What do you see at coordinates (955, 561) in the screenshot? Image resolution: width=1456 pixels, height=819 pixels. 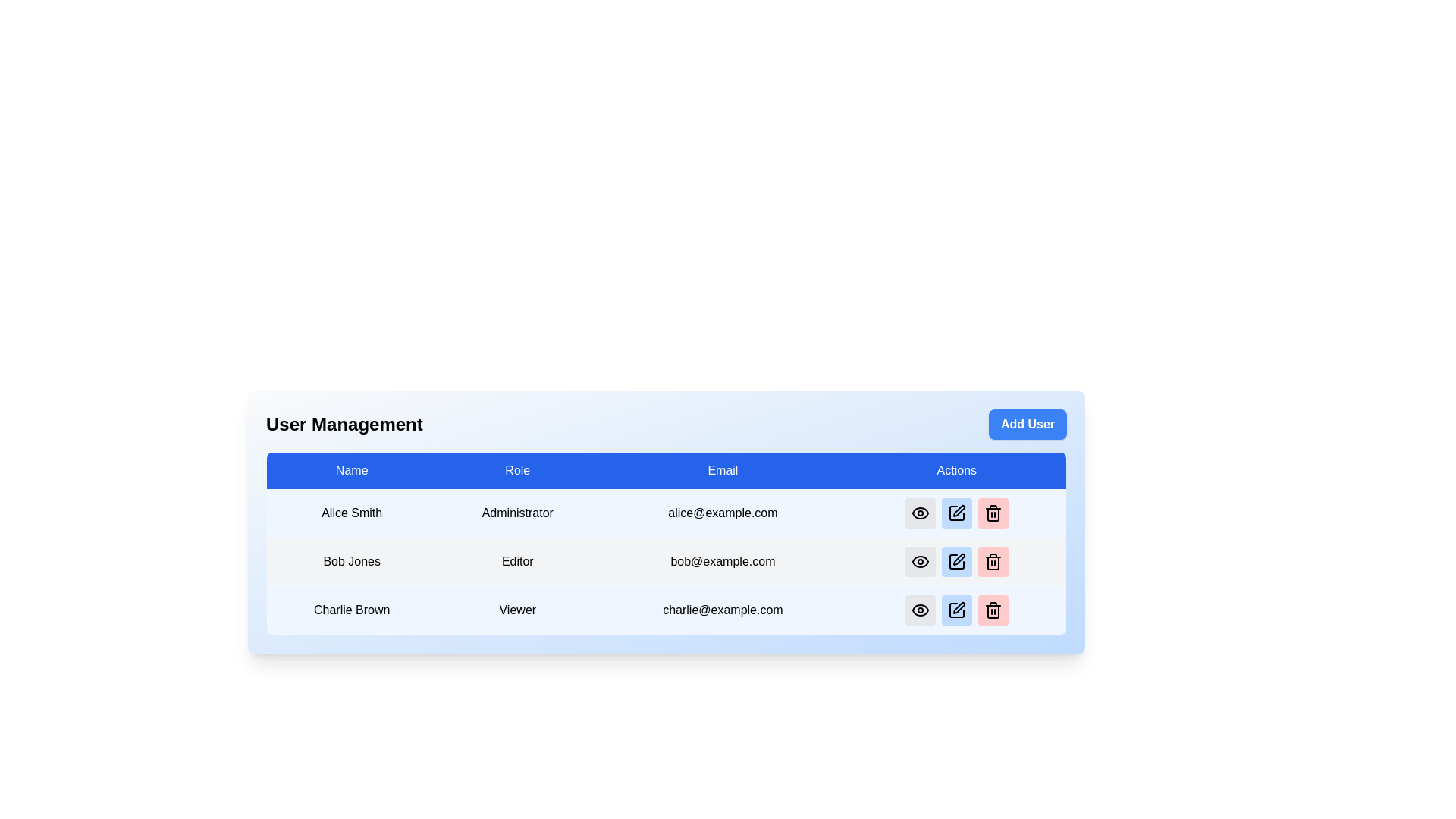 I see `the pen and square icon in the Action column of the user management table to initiate editing` at bounding box center [955, 561].